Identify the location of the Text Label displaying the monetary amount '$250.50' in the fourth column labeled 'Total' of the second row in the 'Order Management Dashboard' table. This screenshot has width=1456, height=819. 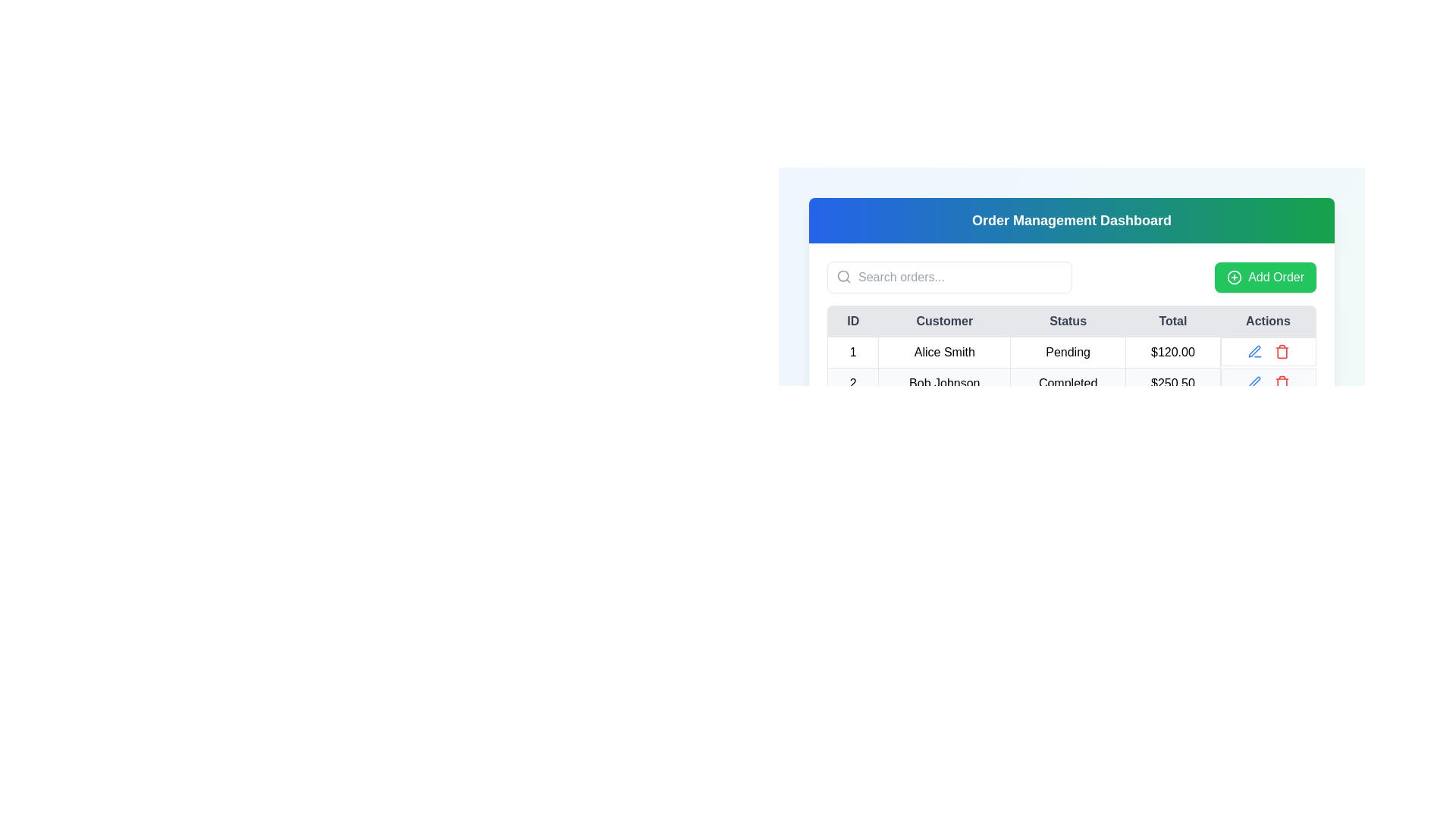
(1172, 382).